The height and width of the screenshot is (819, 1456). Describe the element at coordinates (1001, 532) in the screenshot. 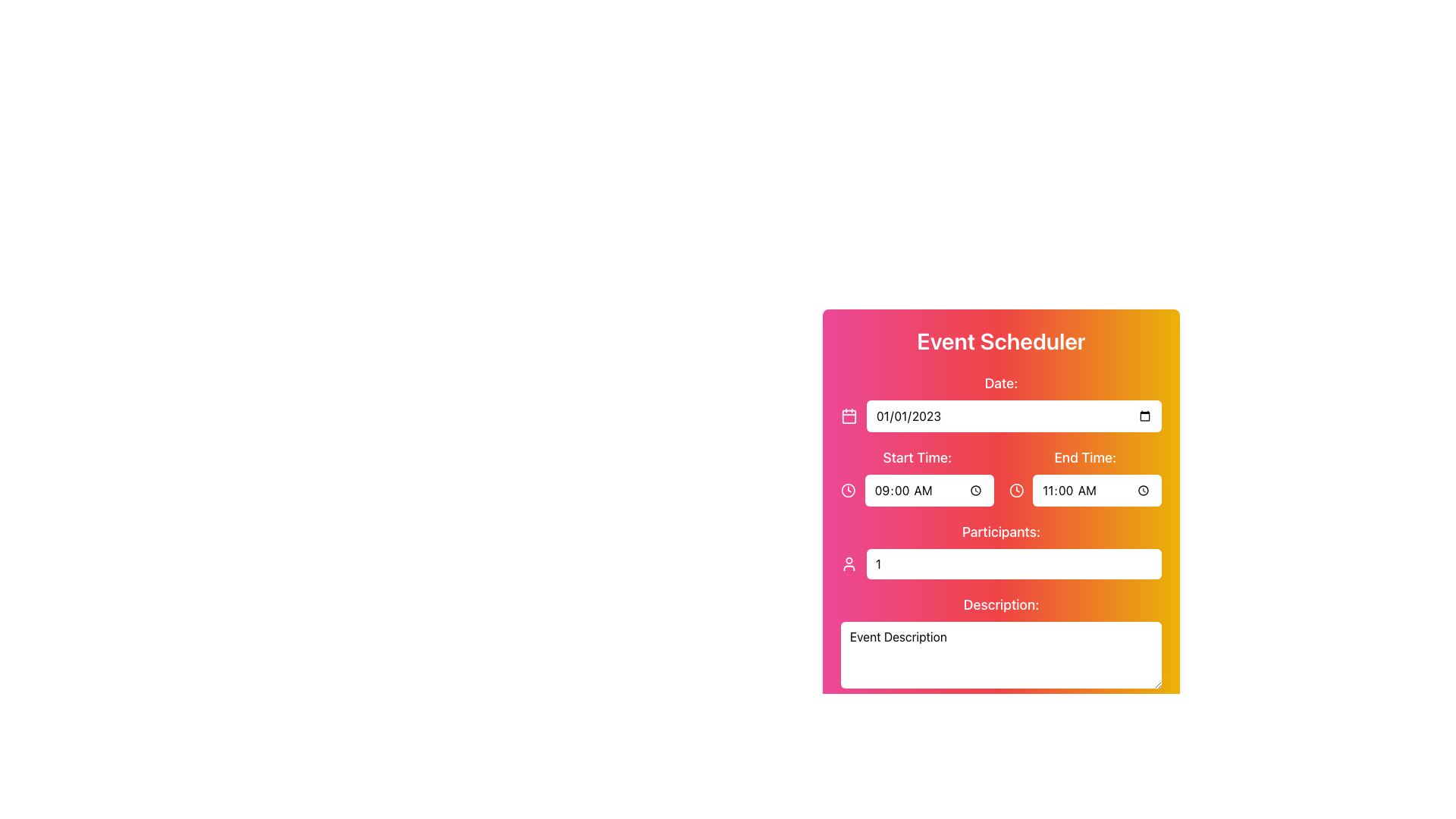

I see `the label indicating the purpose of the input field for specifying participants in an event, which is located above the input field and adjacent to a user icon` at that location.